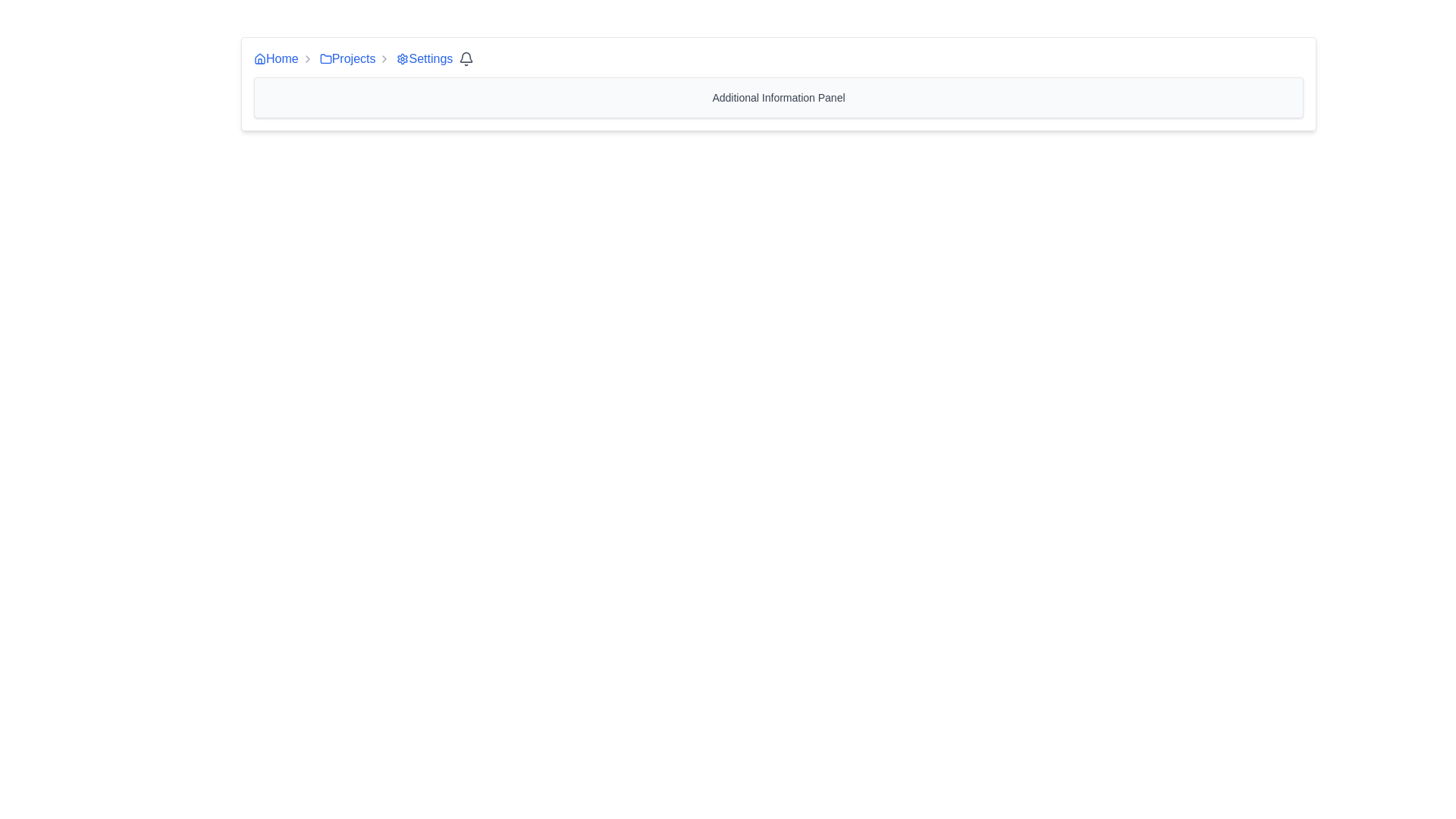 The height and width of the screenshot is (819, 1456). What do you see at coordinates (354, 58) in the screenshot?
I see `the icons associated with the interactive text link for the 'Projects' section, located in the second position of the breadcrumb navigation bar` at bounding box center [354, 58].